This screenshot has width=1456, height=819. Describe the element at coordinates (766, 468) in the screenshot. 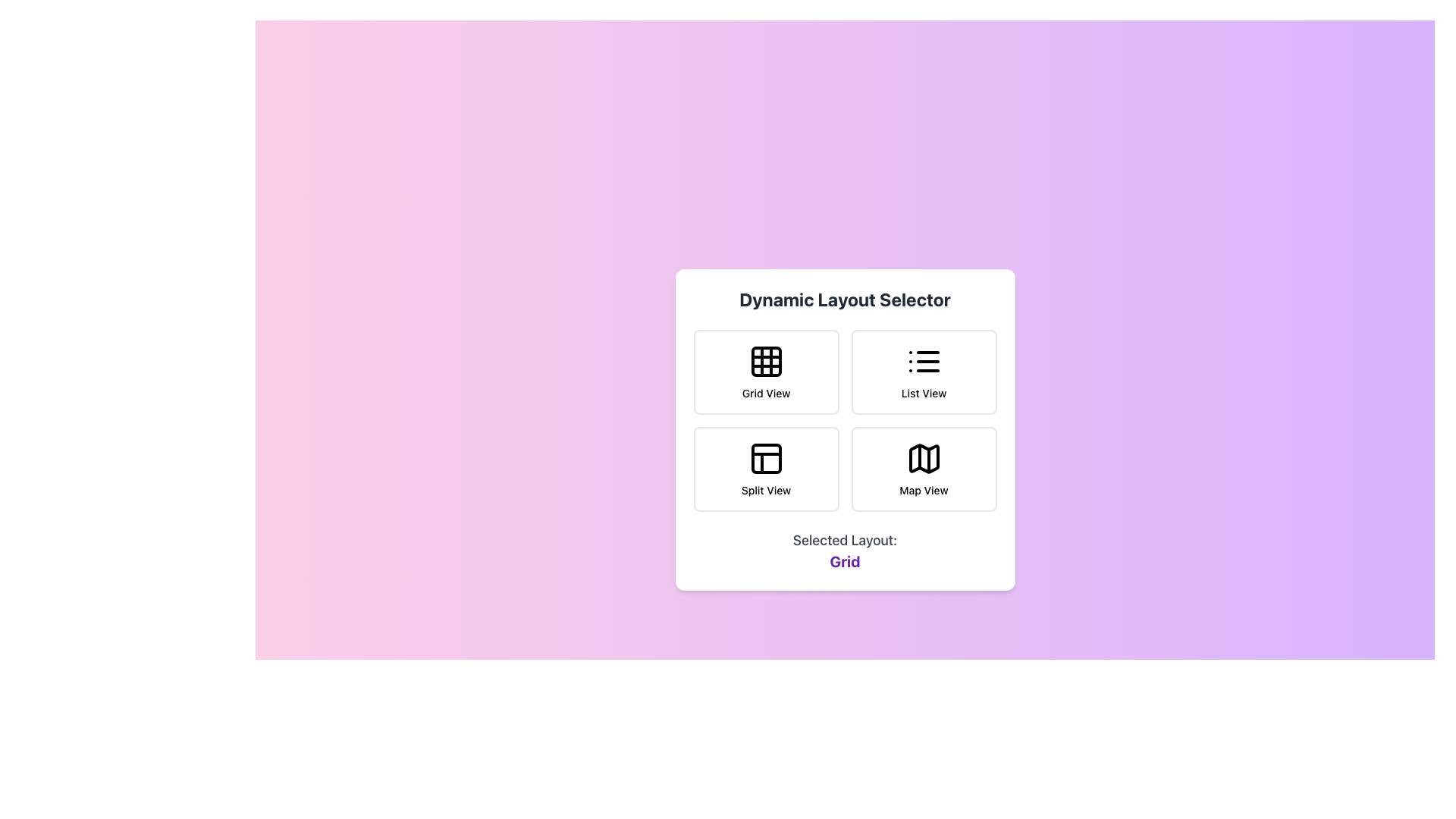

I see `the 'Split View' button, which is a rectangular button with an icon resembling a split interface and the text 'Split View' below it, located in the bottom left corner of the grid under the 'Dynamic Layout Selector' heading` at that location.